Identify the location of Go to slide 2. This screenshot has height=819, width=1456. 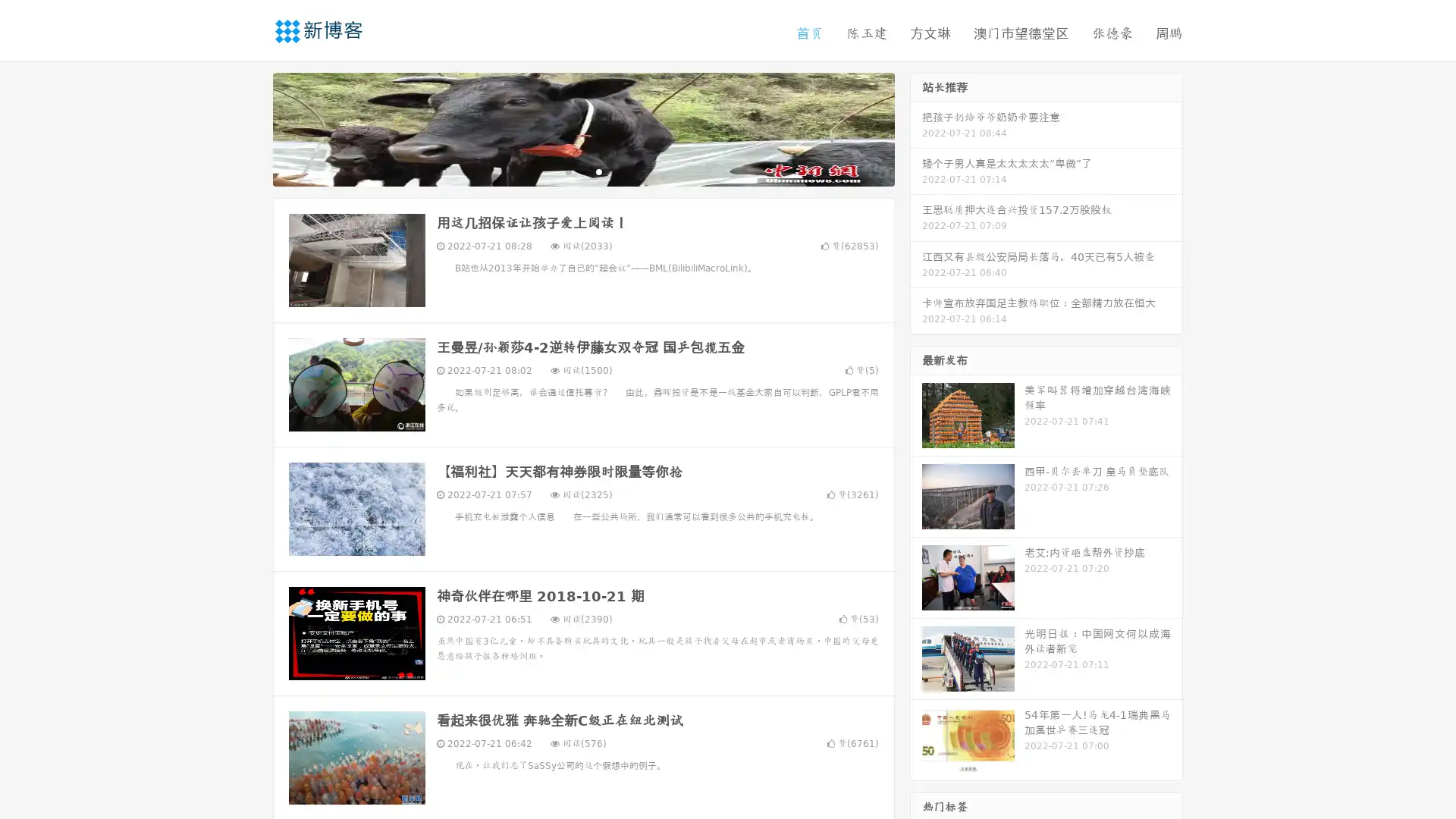
(582, 171).